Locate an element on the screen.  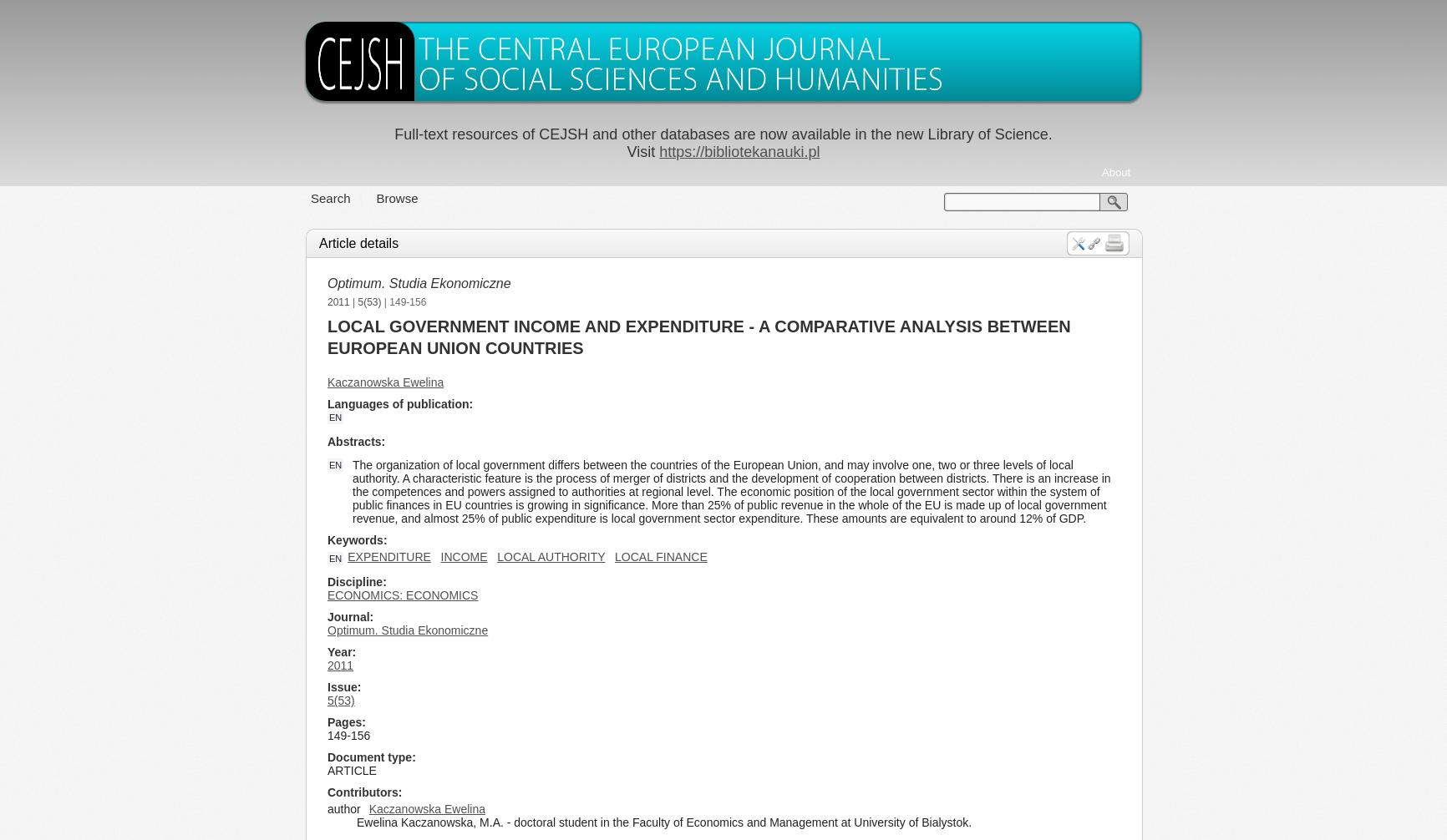
'Journal' is located at coordinates (348, 617).